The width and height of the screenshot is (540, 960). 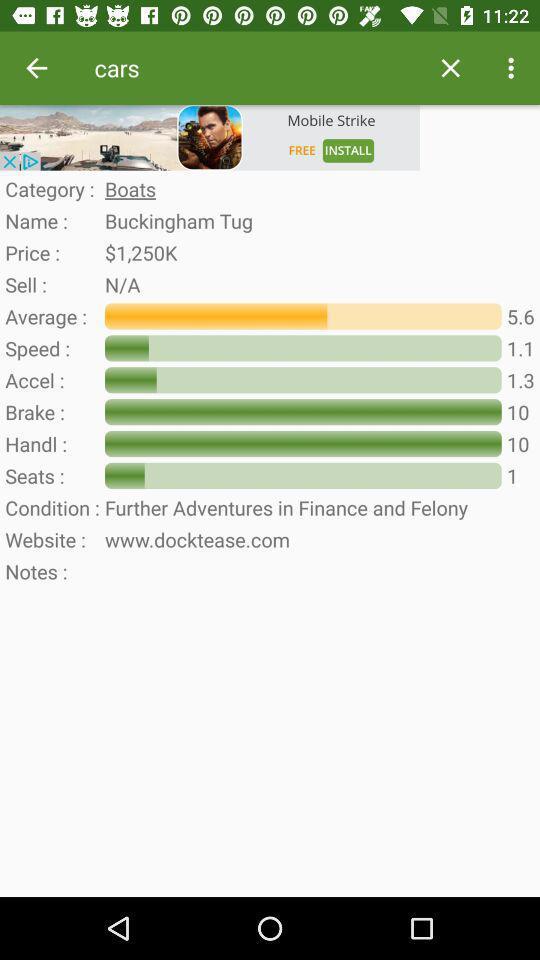 I want to click on advertisement bar, so click(x=209, y=136).